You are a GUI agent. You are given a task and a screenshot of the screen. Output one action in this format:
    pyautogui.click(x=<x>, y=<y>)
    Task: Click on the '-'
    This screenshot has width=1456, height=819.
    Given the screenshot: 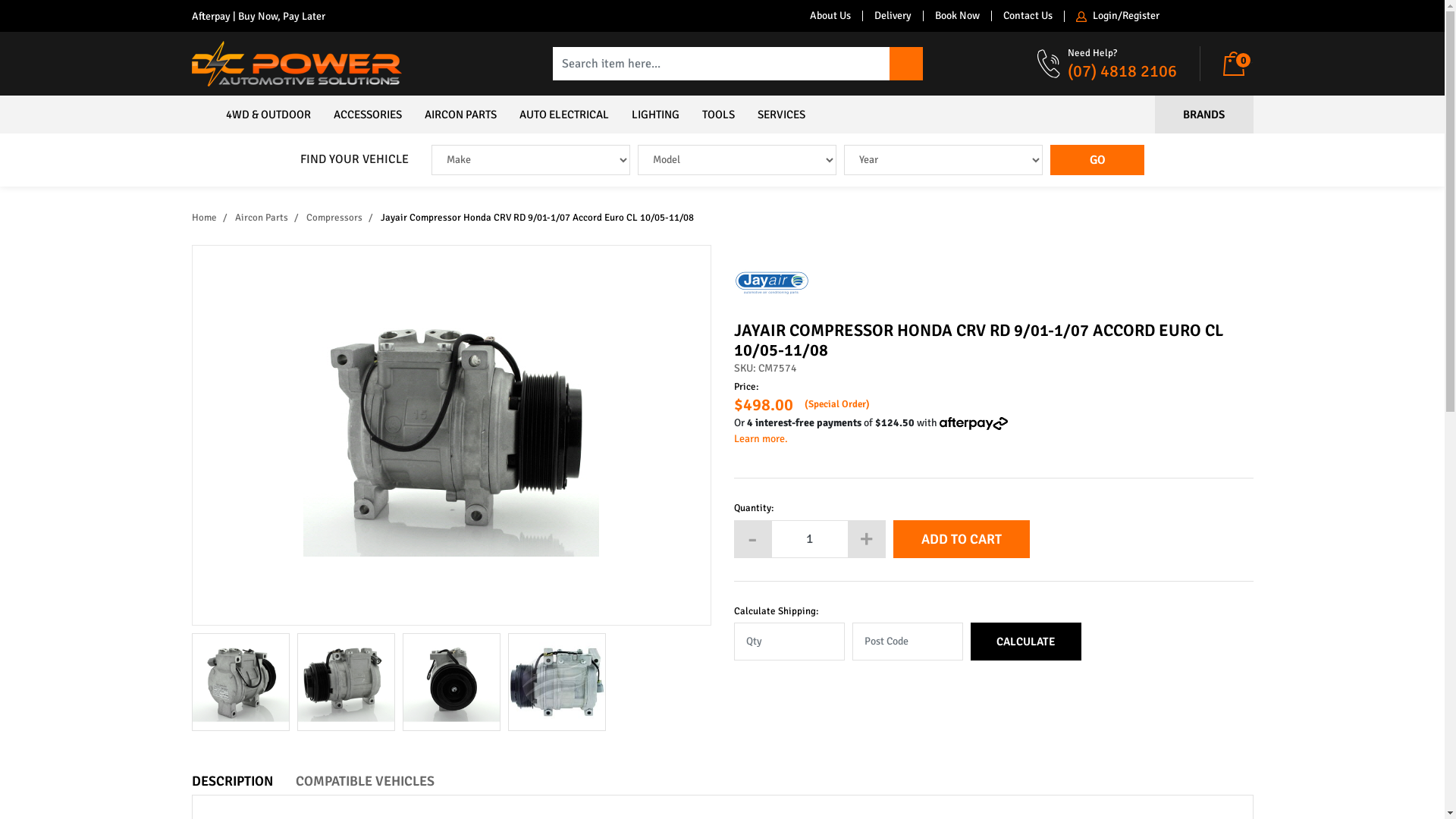 What is the action you would take?
    pyautogui.click(x=753, y=538)
    